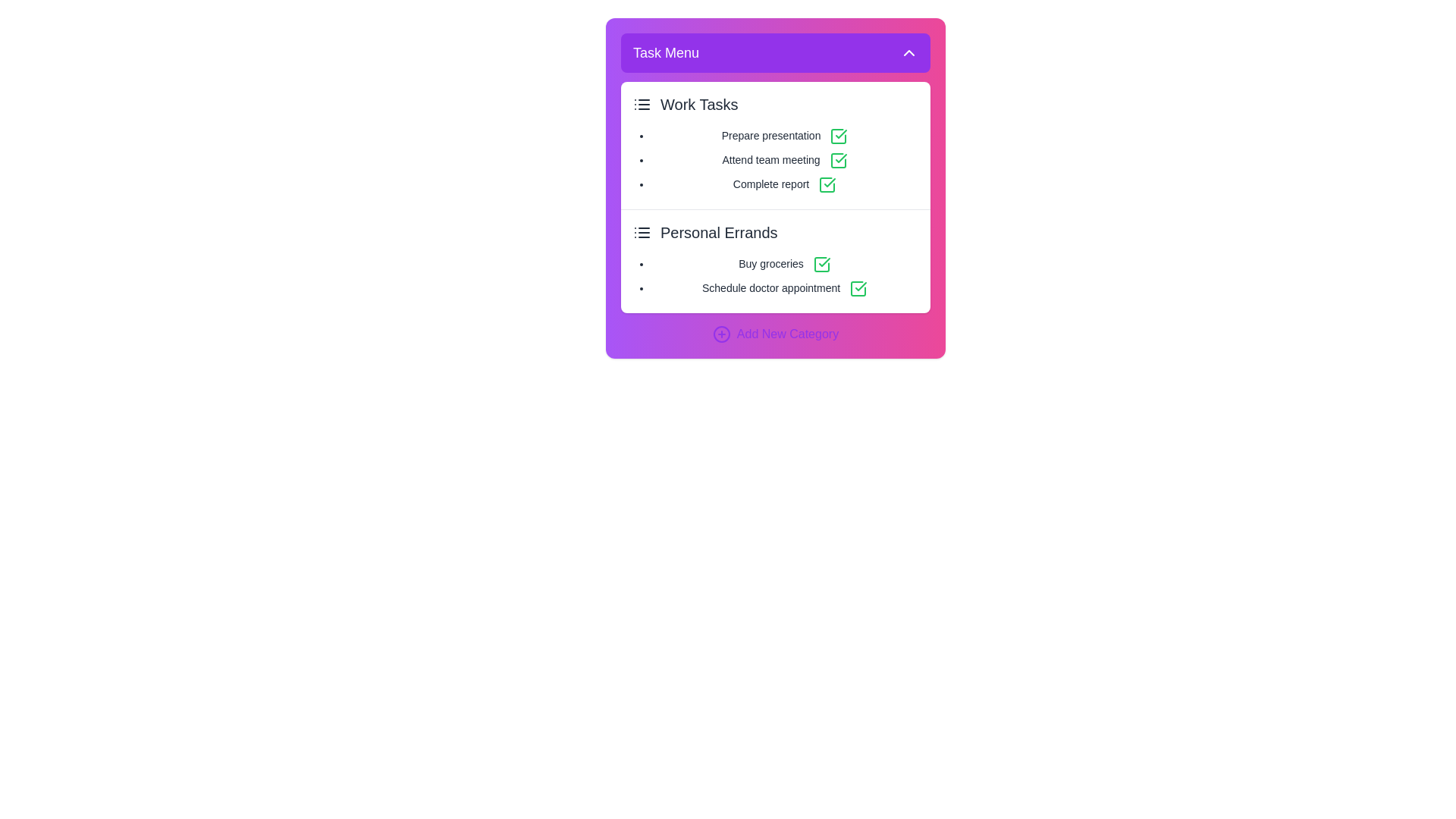 The height and width of the screenshot is (819, 1456). What do you see at coordinates (785, 289) in the screenshot?
I see `the task named Schedule doctor appointment in the task list` at bounding box center [785, 289].